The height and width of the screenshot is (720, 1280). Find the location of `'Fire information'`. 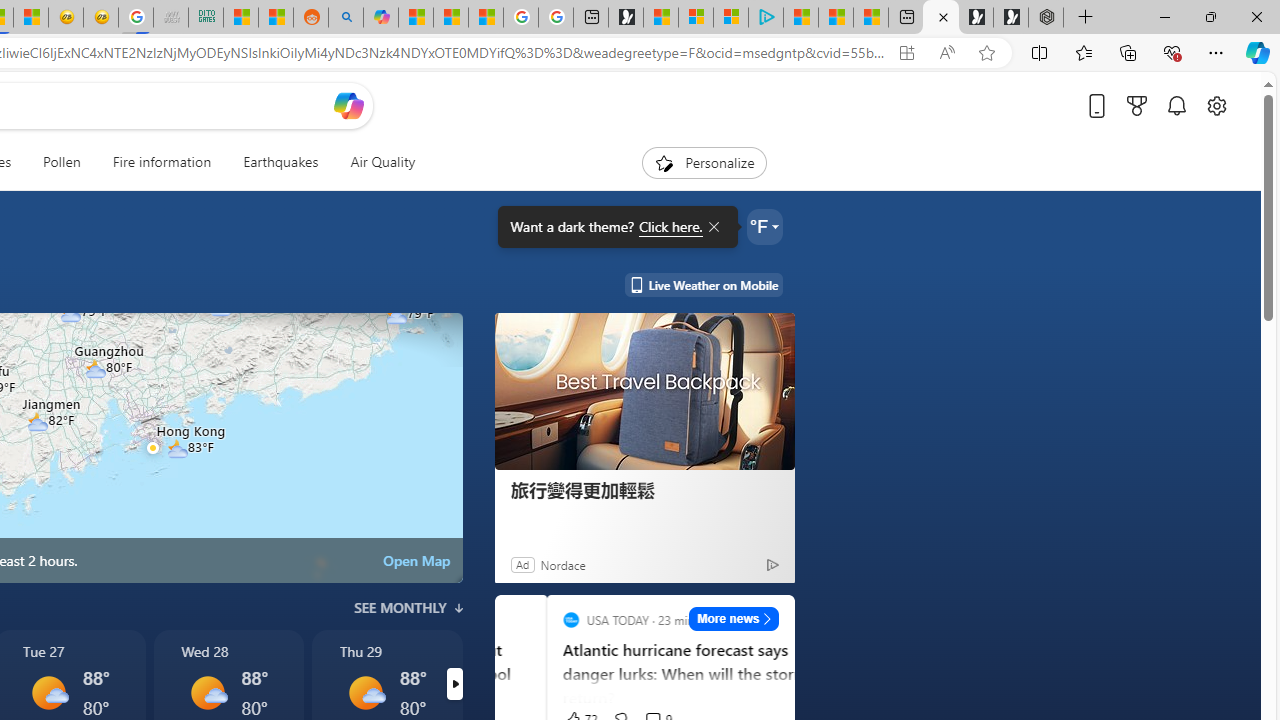

'Fire information' is located at coordinates (162, 162).